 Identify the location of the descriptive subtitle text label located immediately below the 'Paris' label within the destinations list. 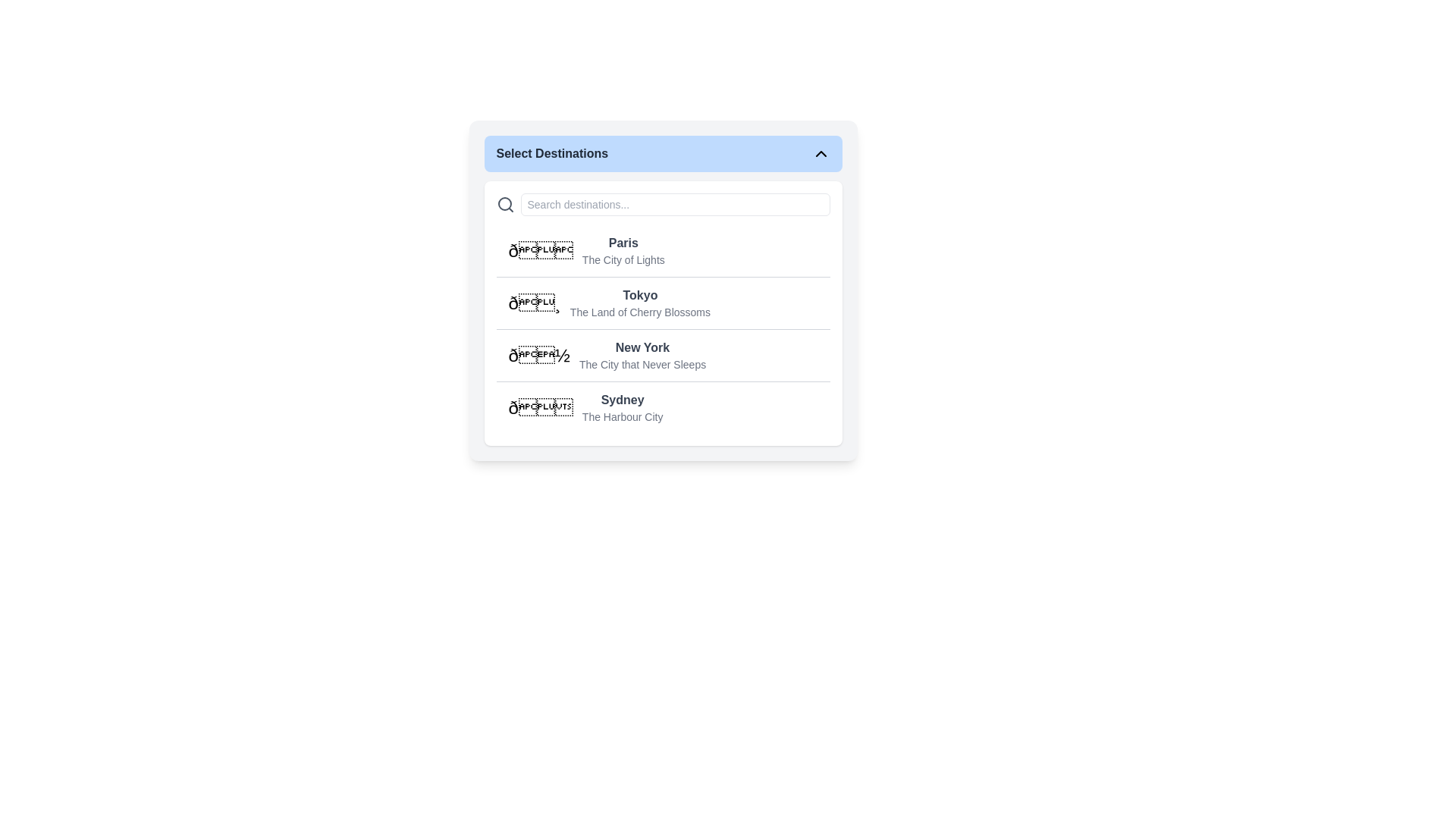
(623, 259).